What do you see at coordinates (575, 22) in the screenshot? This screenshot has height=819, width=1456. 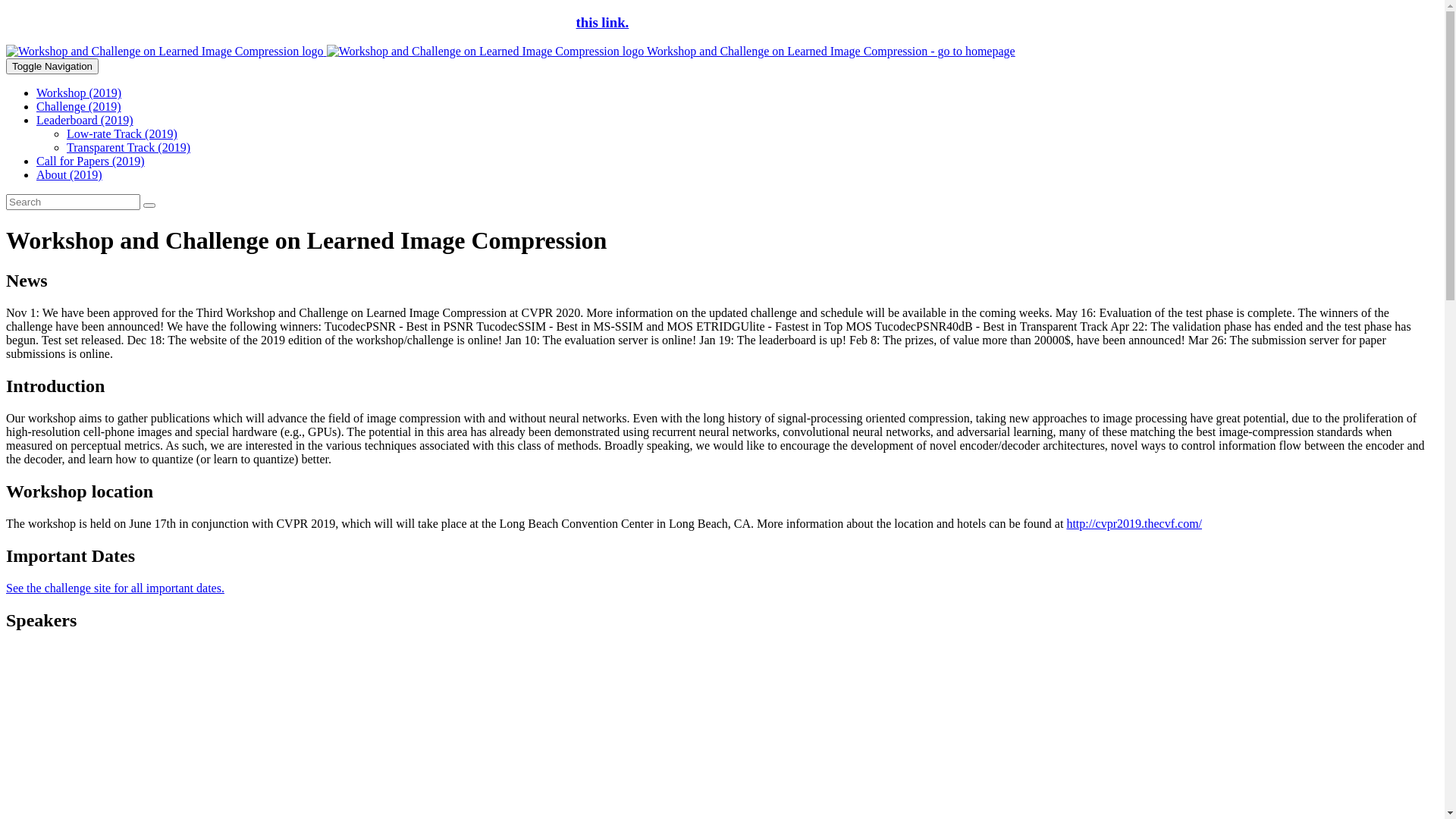 I see `'this link.'` at bounding box center [575, 22].